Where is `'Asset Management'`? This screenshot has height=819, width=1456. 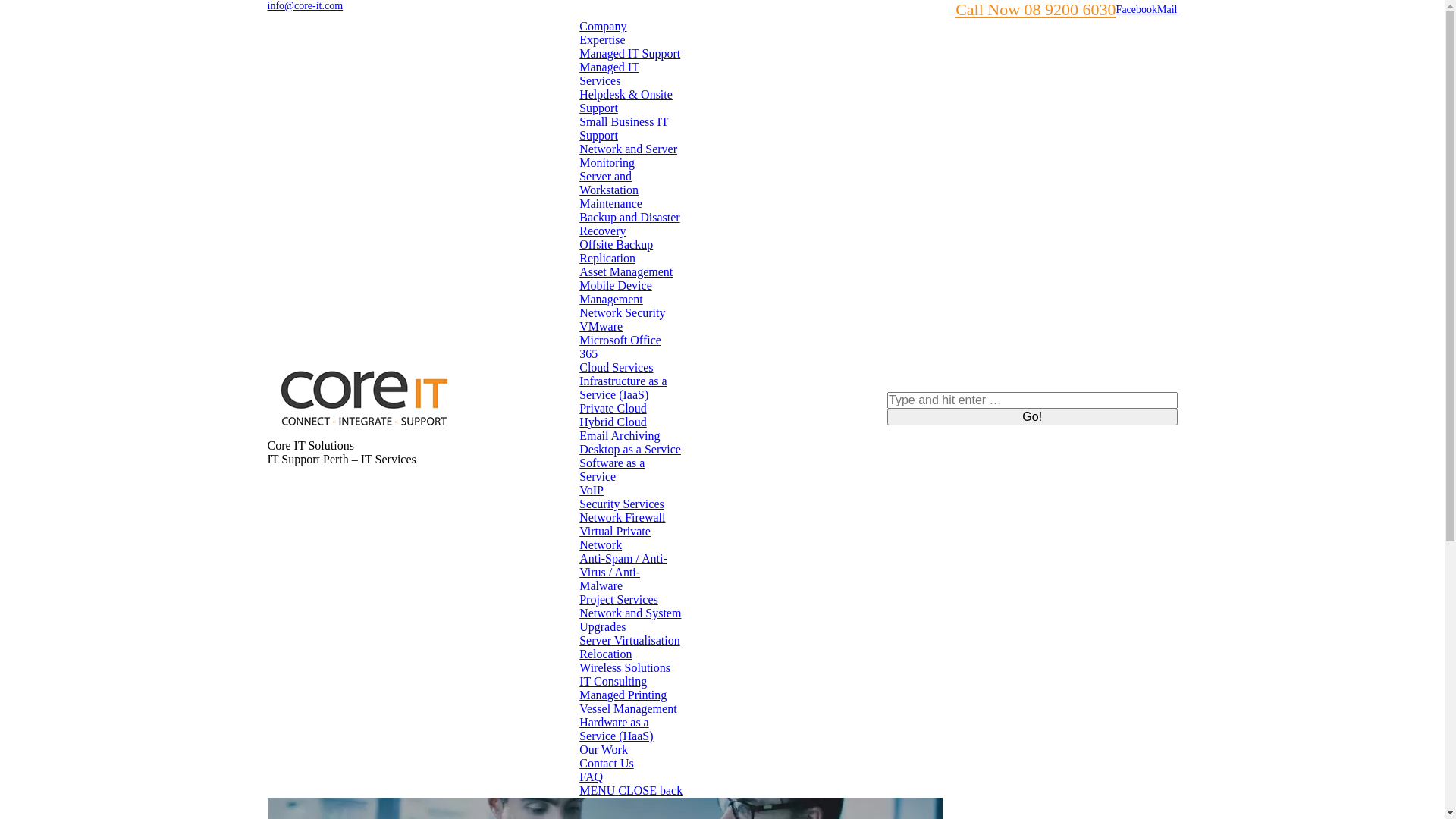 'Asset Management' is located at coordinates (626, 271).